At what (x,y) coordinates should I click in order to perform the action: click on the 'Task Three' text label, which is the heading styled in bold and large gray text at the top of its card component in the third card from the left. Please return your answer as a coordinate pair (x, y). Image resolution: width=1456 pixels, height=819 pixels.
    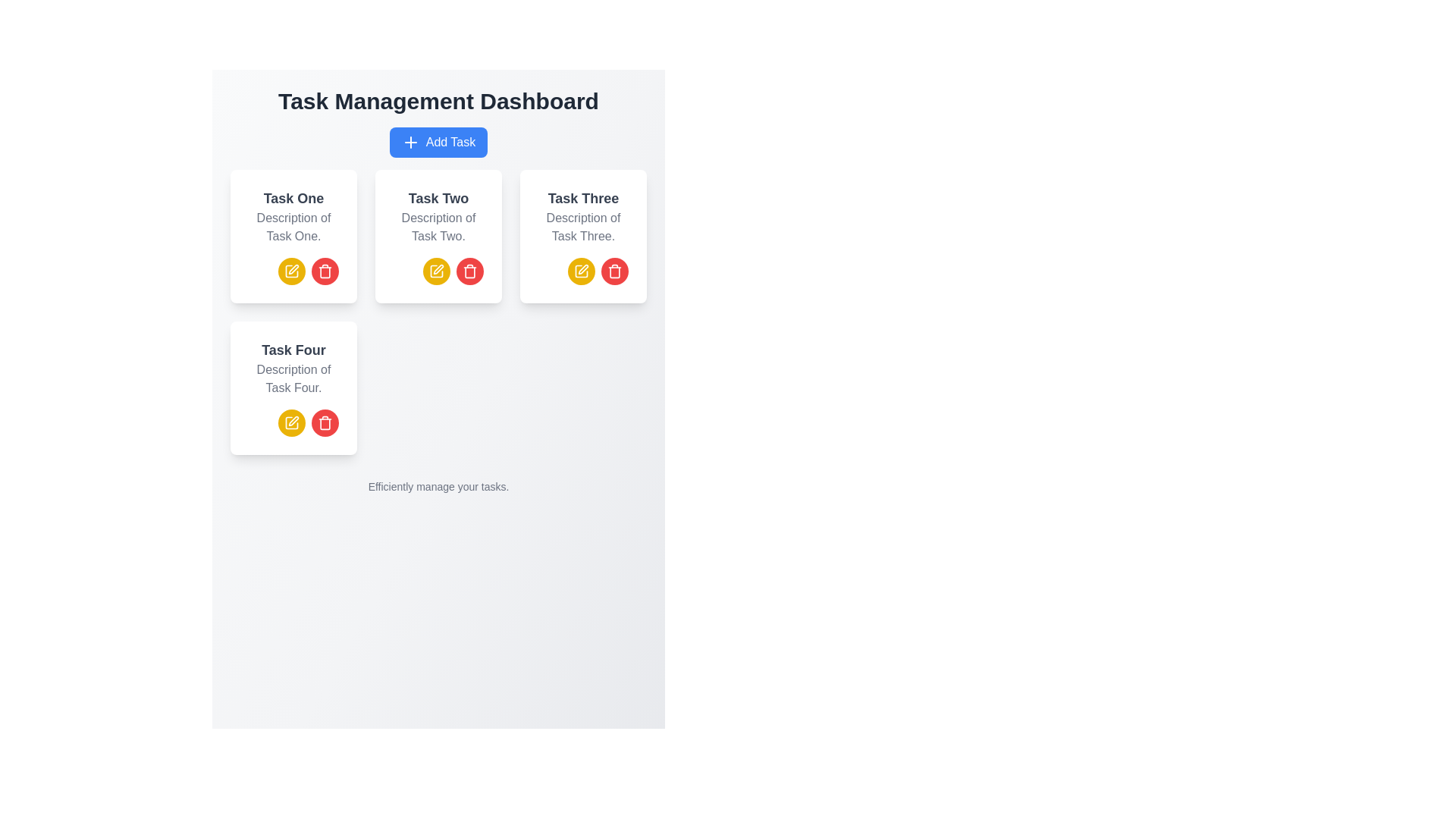
    Looking at the image, I should click on (582, 198).